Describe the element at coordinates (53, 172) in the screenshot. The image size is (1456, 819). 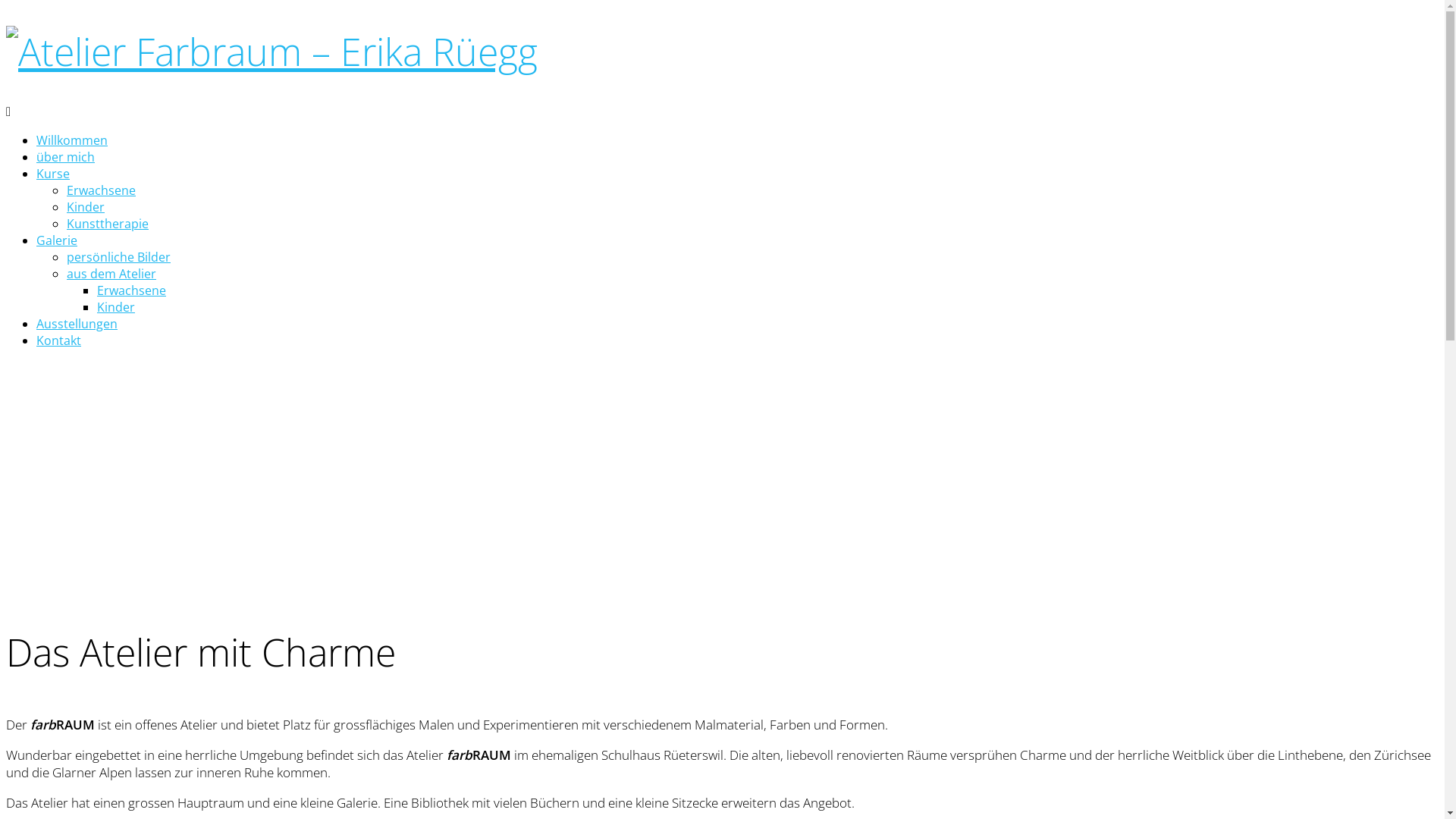
I see `'Kurse'` at that location.